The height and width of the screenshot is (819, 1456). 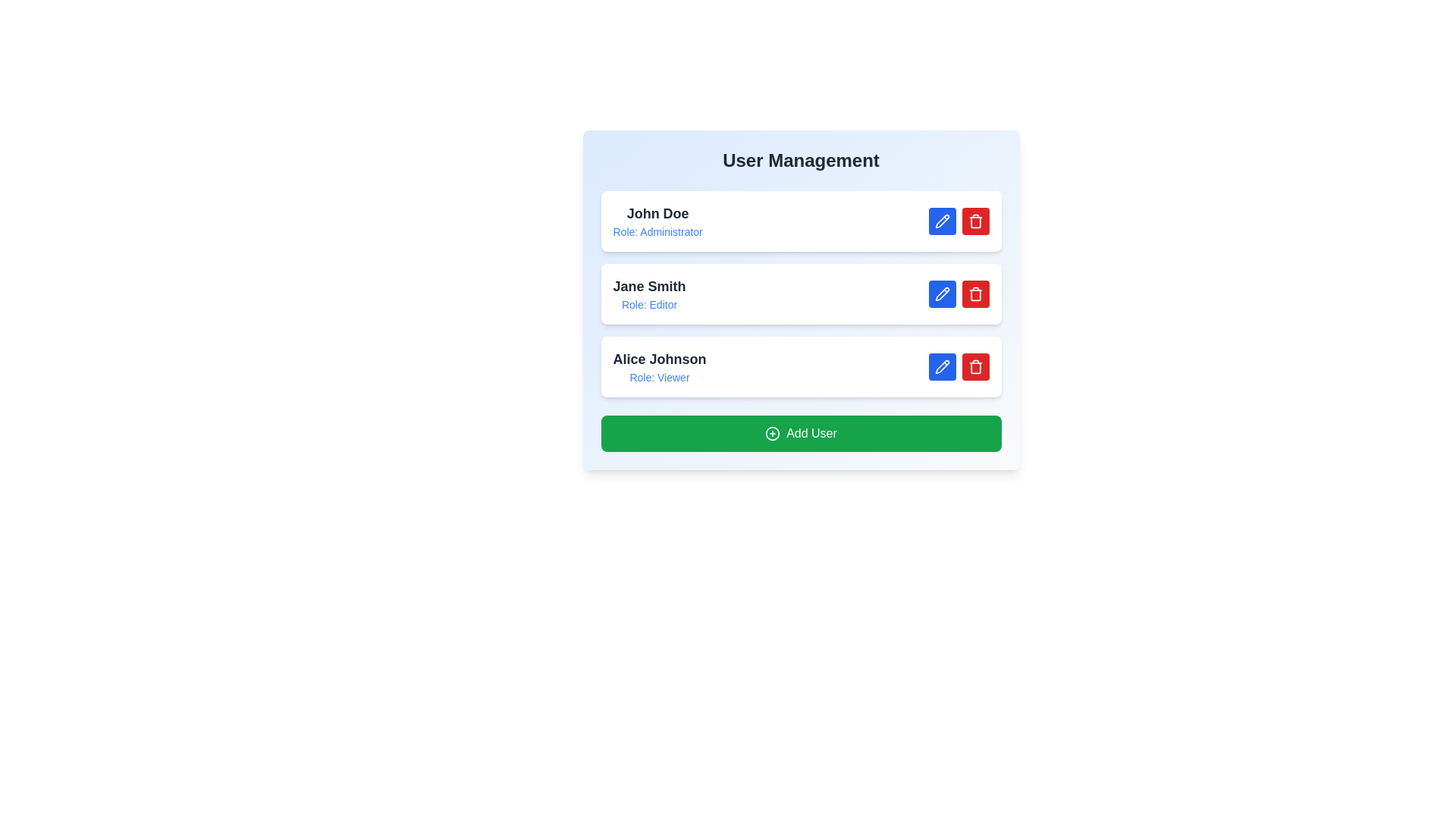 I want to click on the 'Add User' button to add a new user, so click(x=800, y=433).